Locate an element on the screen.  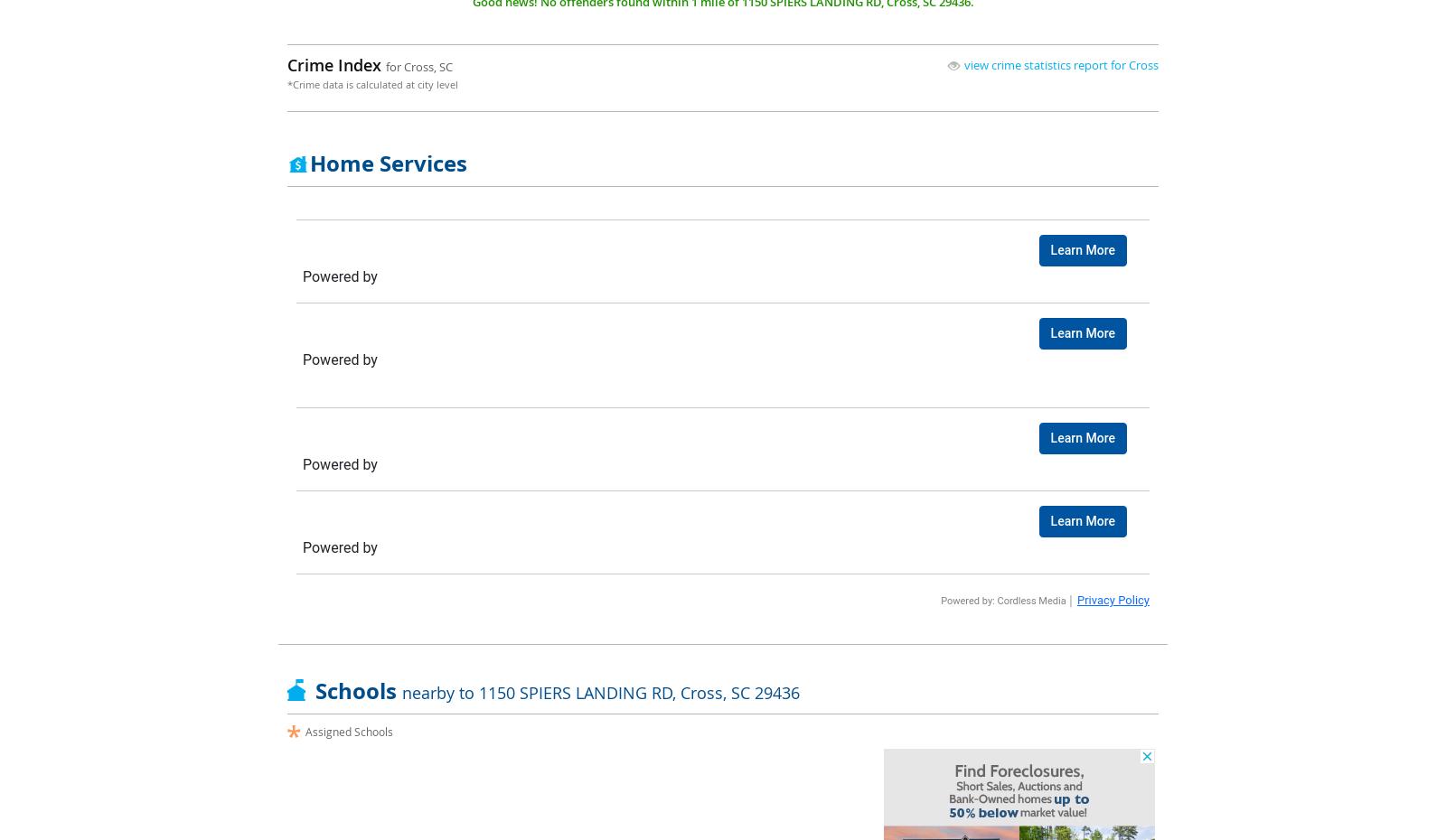
'for Cross, SC' is located at coordinates (418, 66).